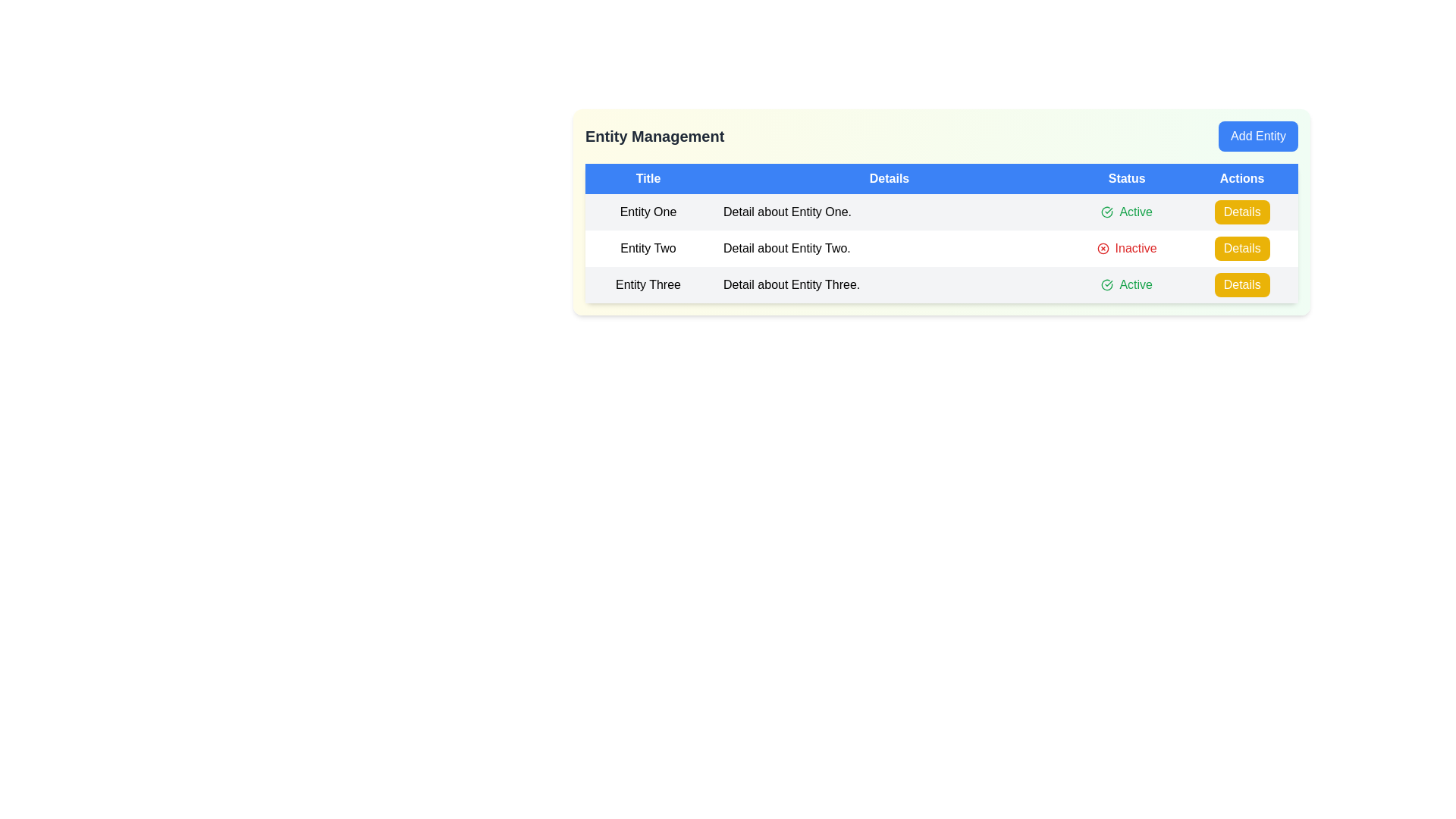 The image size is (1456, 819). What do you see at coordinates (1107, 284) in the screenshot?
I see `the check mark icon within the circle in the 'Status' column of the third row, indicating active status` at bounding box center [1107, 284].